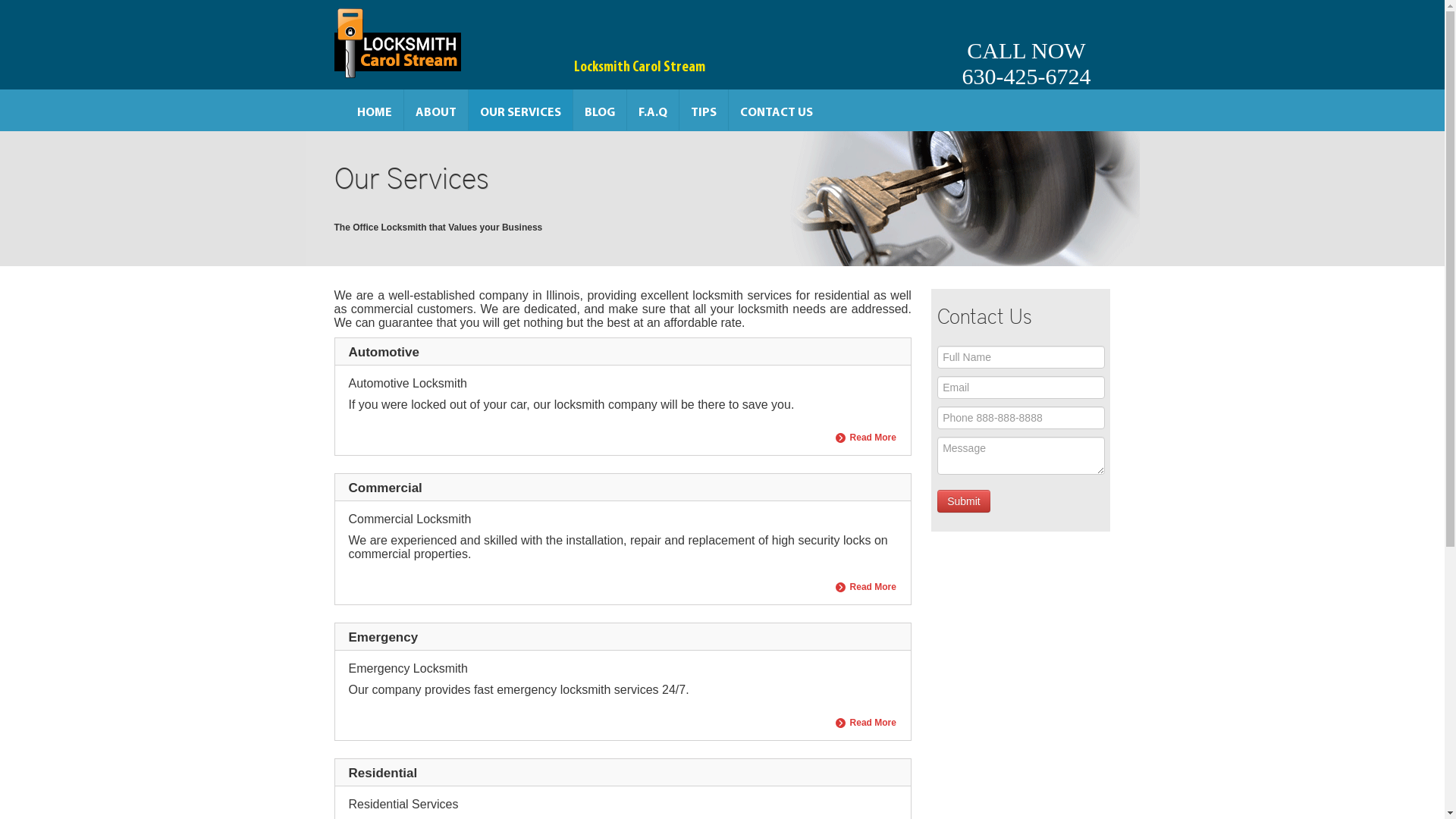 This screenshot has width=1456, height=819. What do you see at coordinates (937, 500) in the screenshot?
I see `'Submit'` at bounding box center [937, 500].